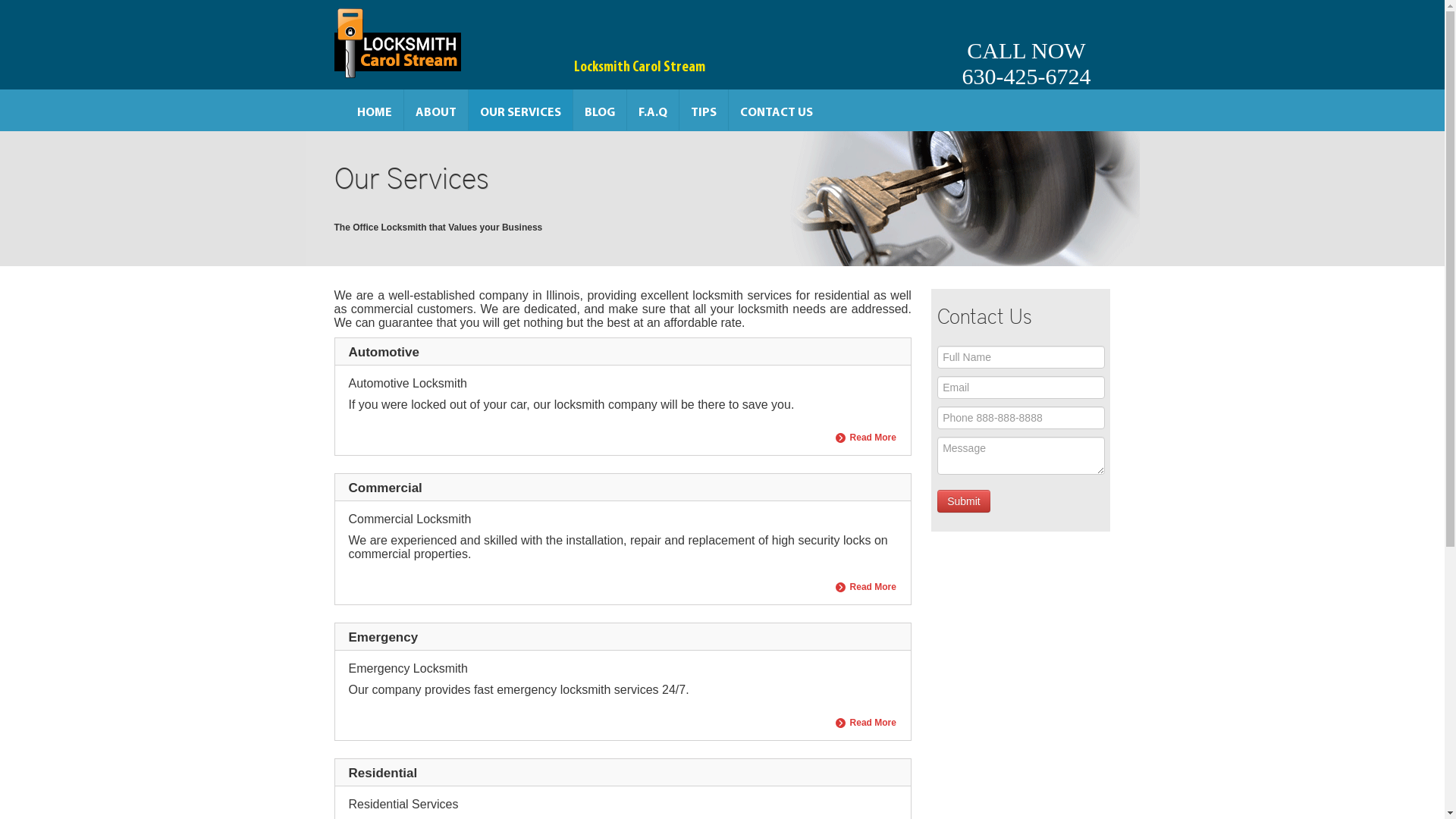 This screenshot has width=1456, height=819. What do you see at coordinates (937, 500) in the screenshot?
I see `'Submit'` at bounding box center [937, 500].